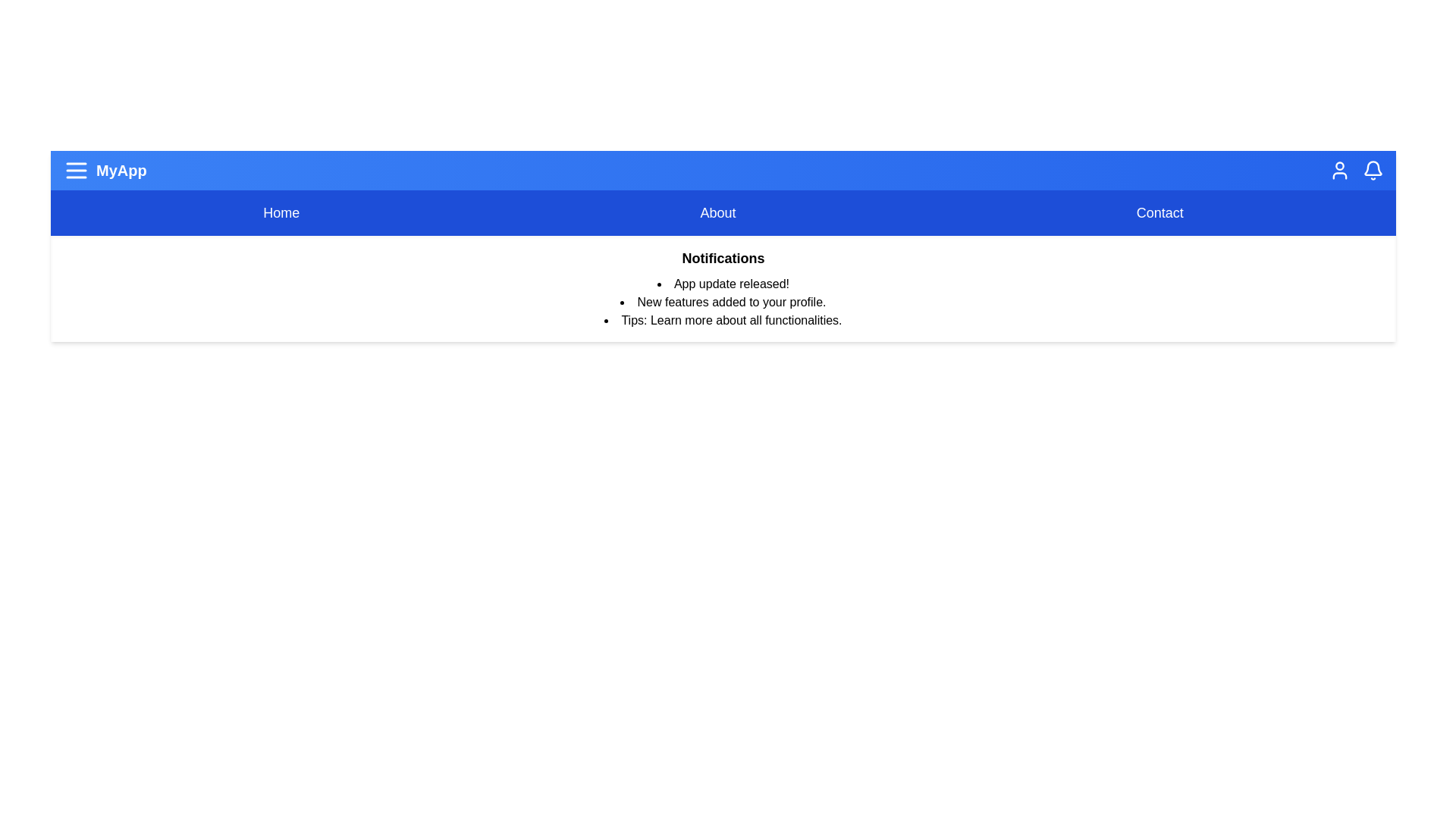 The height and width of the screenshot is (819, 1456). Describe the element at coordinates (717, 213) in the screenshot. I see `the menu item to navigate to About` at that location.